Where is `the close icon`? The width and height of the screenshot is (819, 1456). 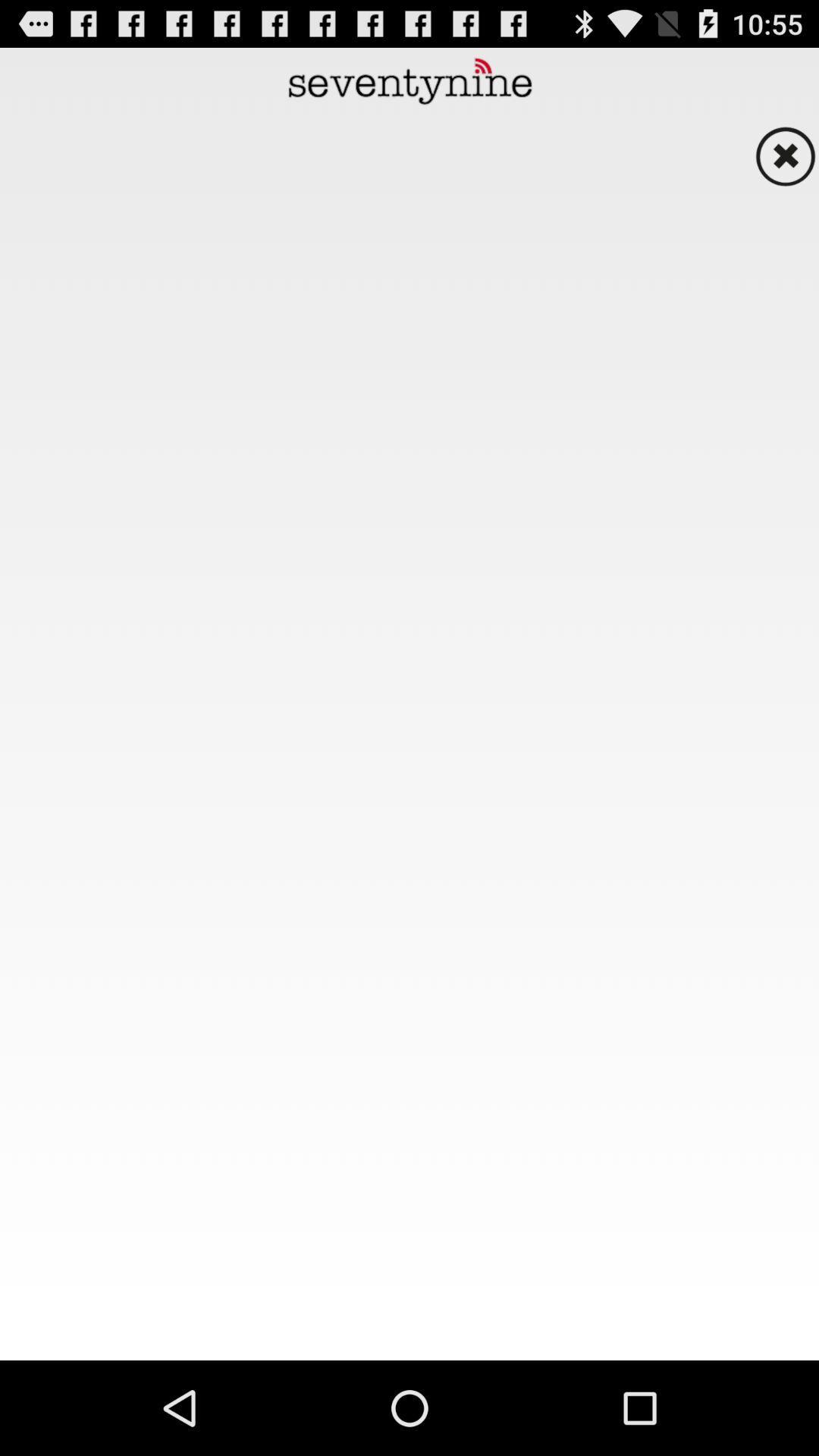 the close icon is located at coordinates (785, 168).